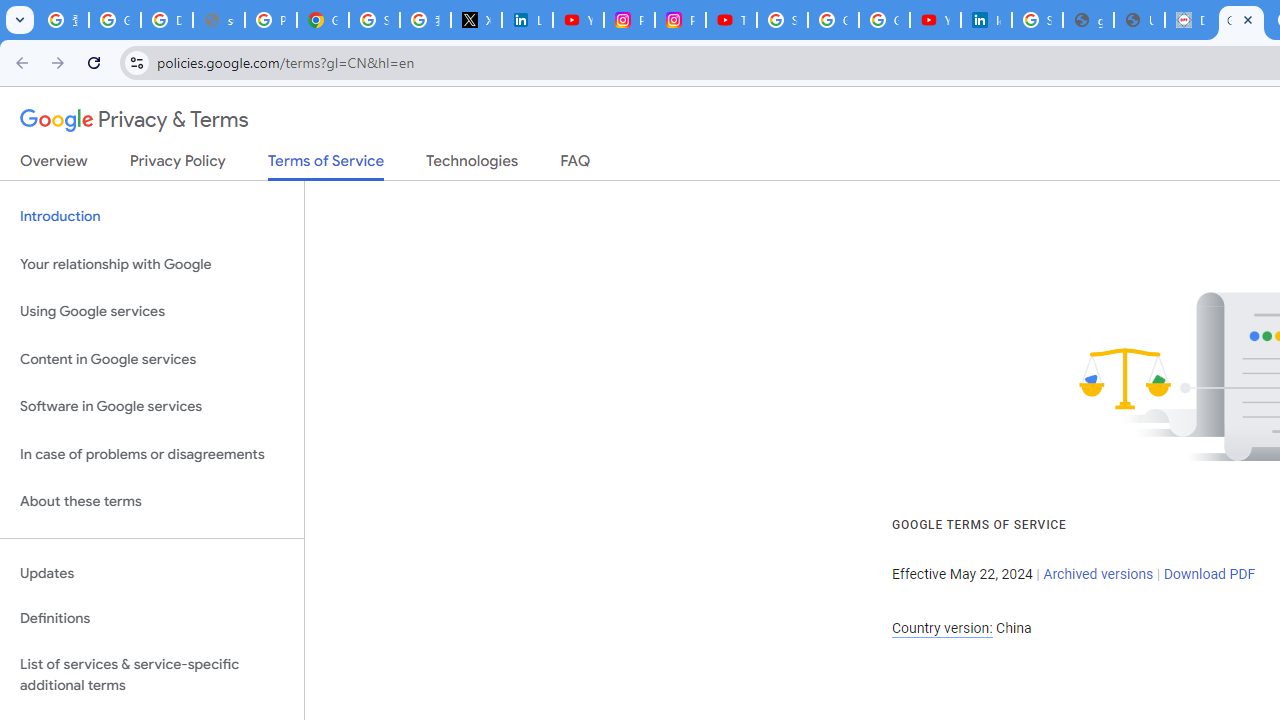 This screenshot has width=1280, height=720. I want to click on 'Your relationship with Google', so click(151, 263).